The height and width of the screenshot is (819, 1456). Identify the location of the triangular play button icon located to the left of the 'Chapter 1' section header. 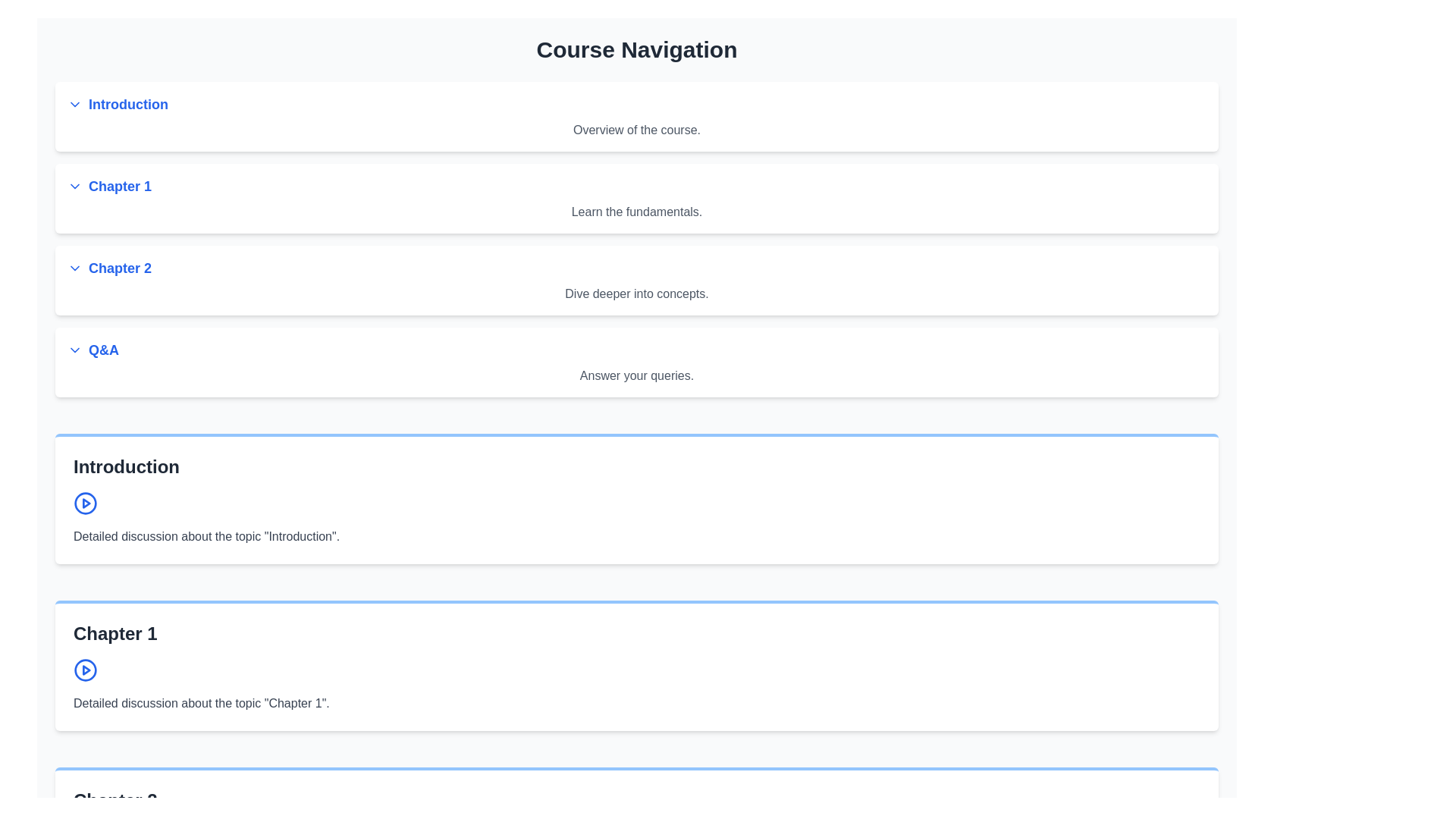
(86, 503).